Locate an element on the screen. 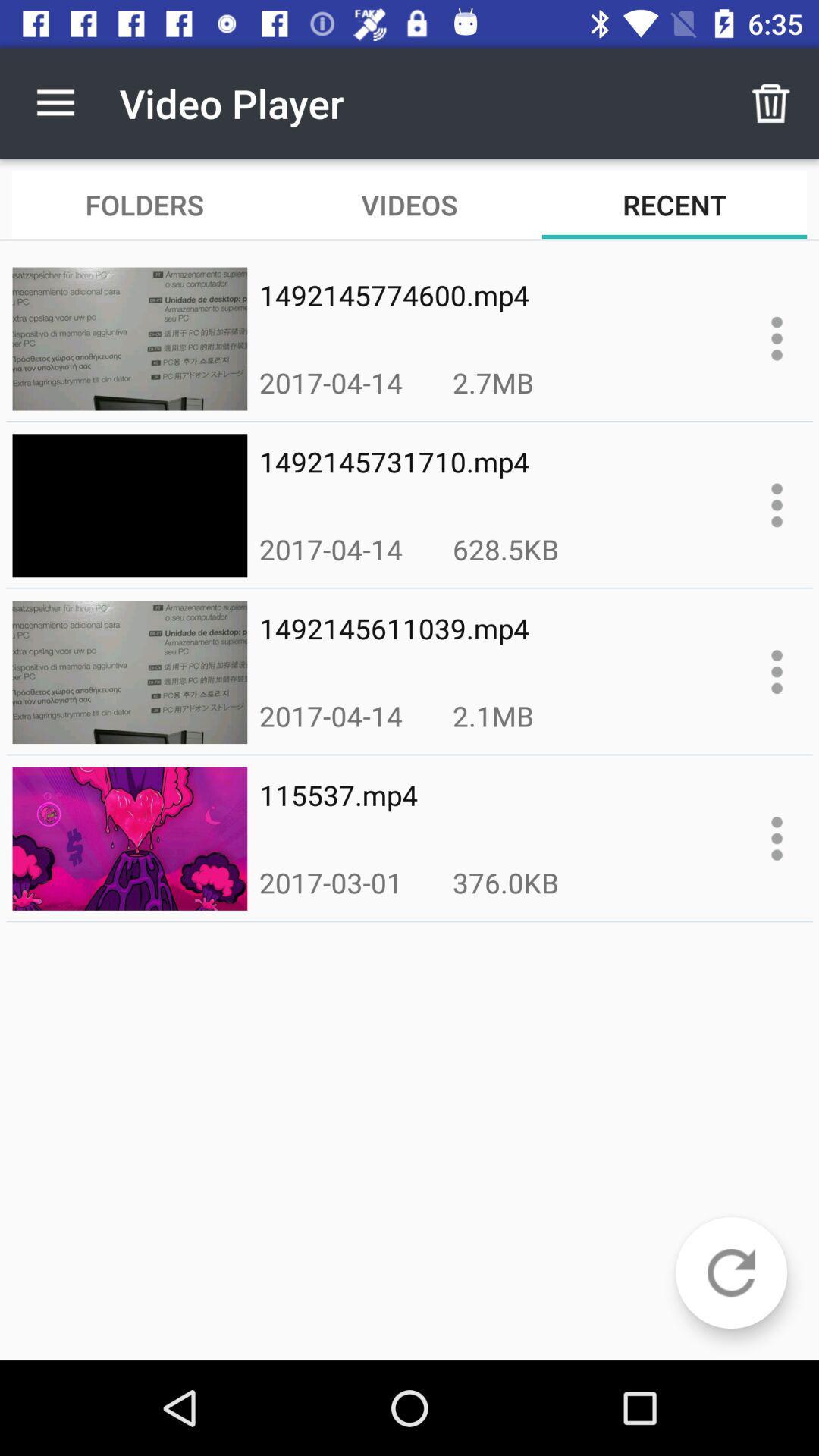  click for more options is located at coordinates (777, 837).